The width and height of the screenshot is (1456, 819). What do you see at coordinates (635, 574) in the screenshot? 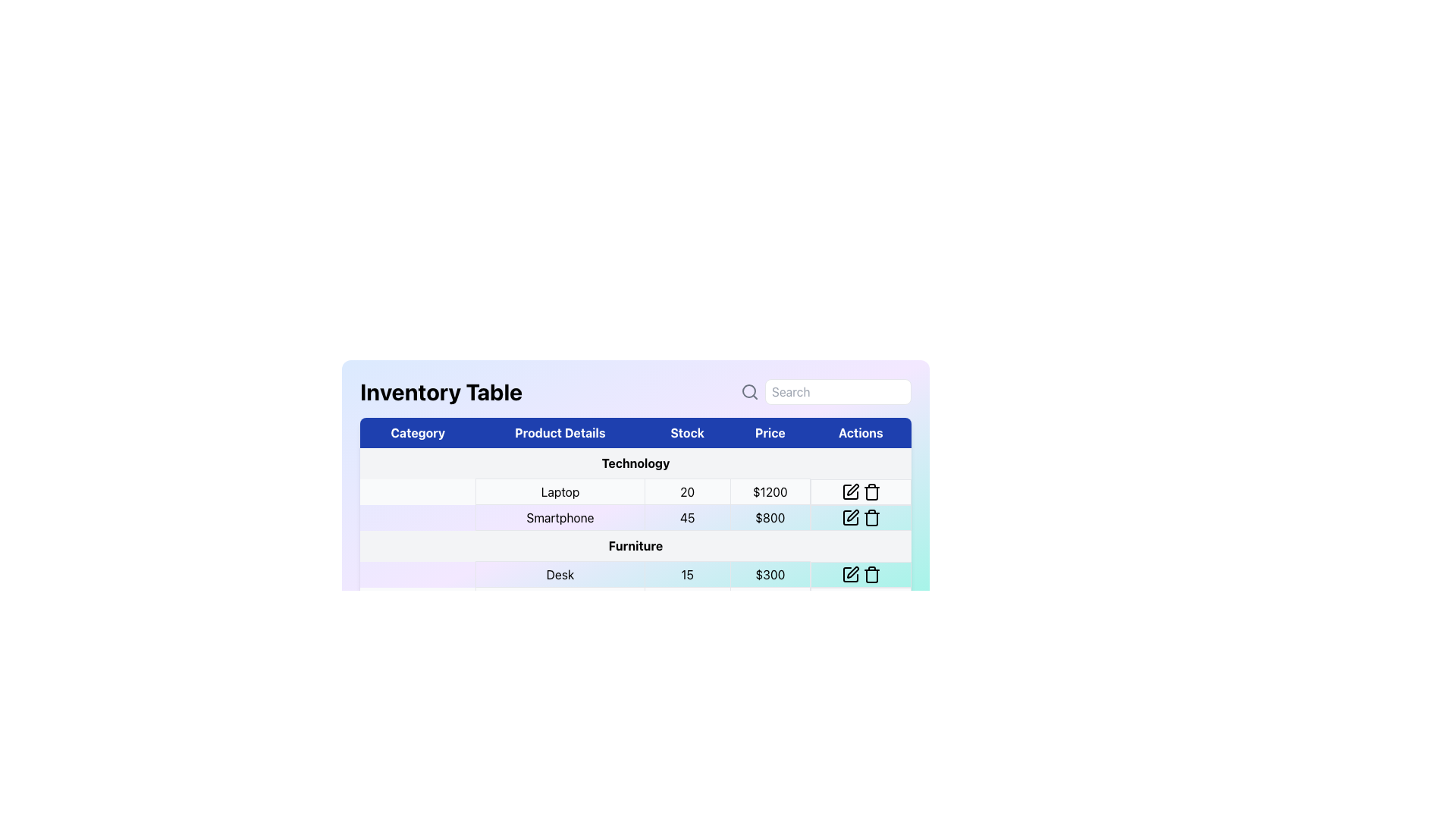
I see `the last row of the table under the 'Furniture' category` at bounding box center [635, 574].